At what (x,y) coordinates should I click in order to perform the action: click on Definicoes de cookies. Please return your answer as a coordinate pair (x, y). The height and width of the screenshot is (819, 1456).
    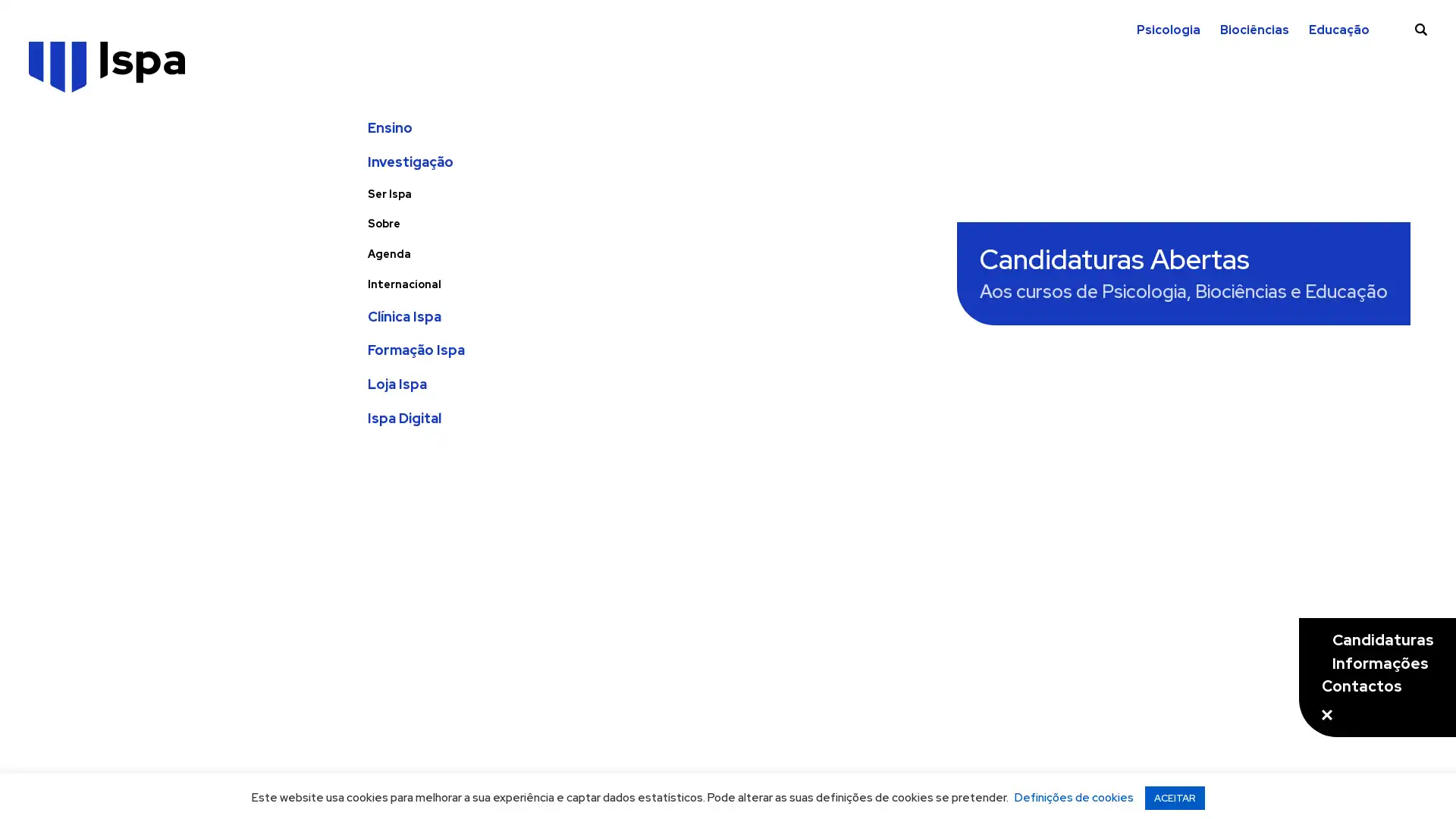
    Looking at the image, I should click on (1072, 797).